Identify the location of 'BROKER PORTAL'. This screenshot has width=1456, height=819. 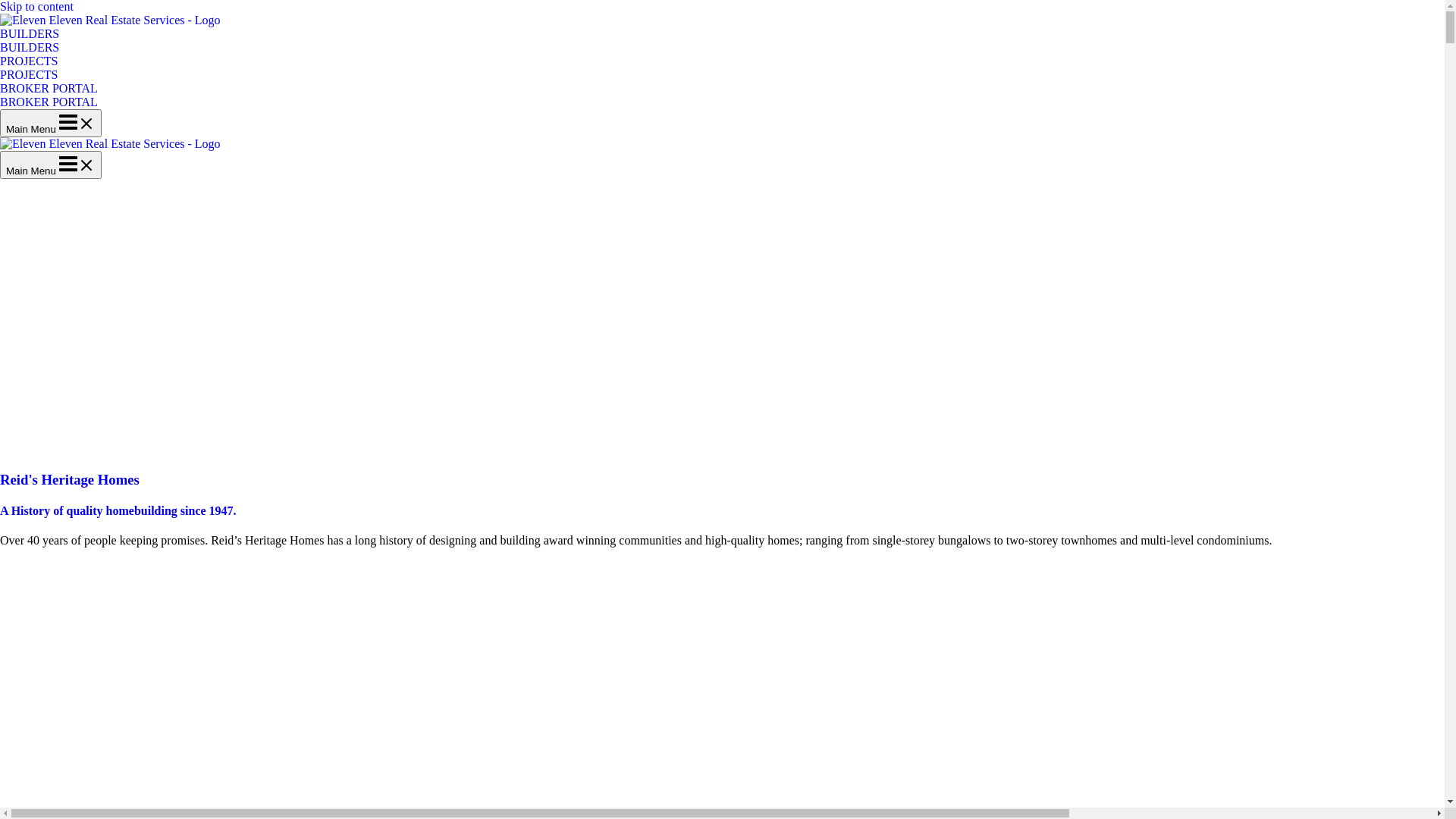
(49, 102).